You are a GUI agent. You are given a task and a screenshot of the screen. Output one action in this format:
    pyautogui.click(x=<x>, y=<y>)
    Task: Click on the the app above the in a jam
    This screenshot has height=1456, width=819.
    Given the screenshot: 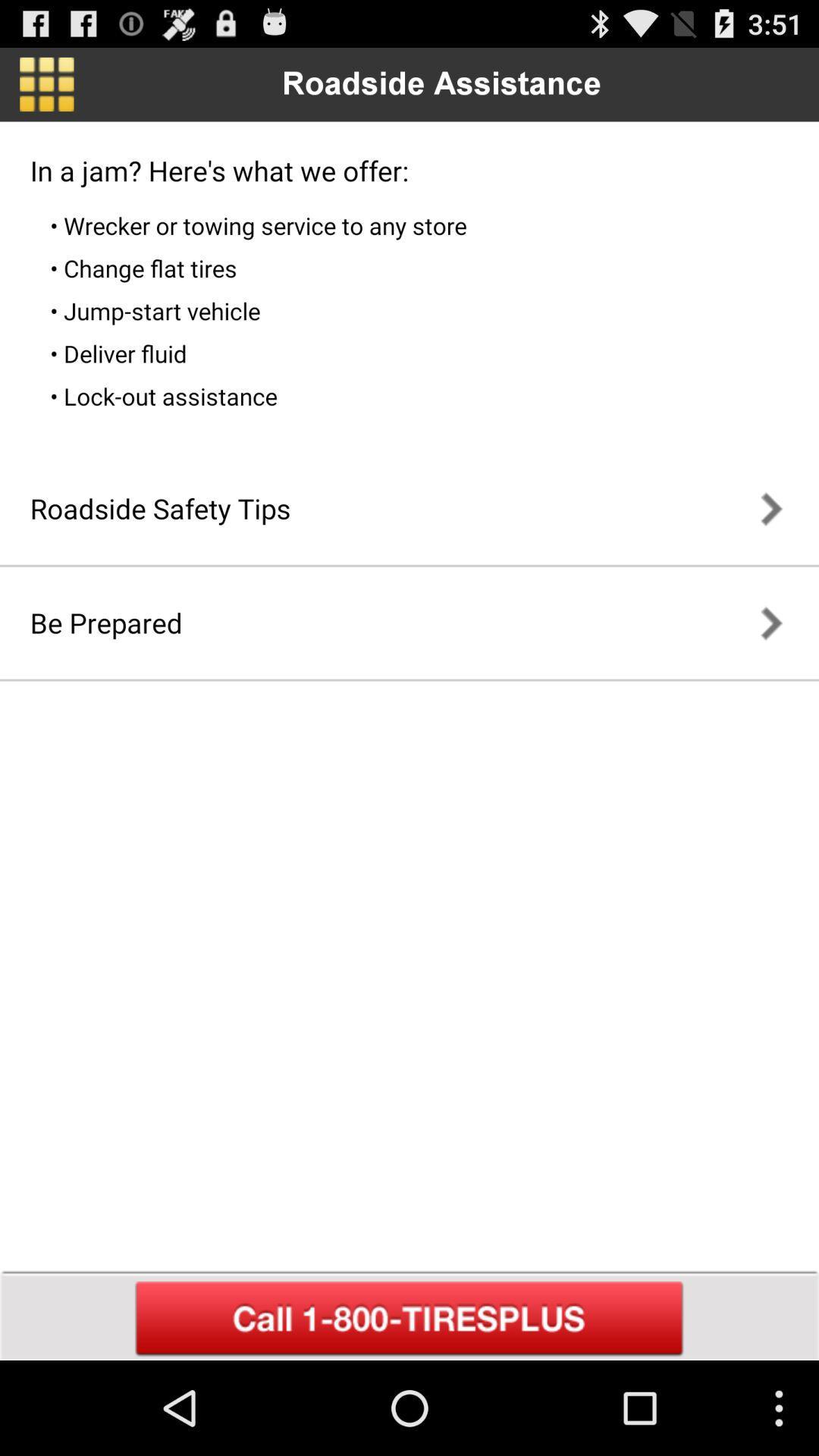 What is the action you would take?
    pyautogui.click(x=45, y=83)
    